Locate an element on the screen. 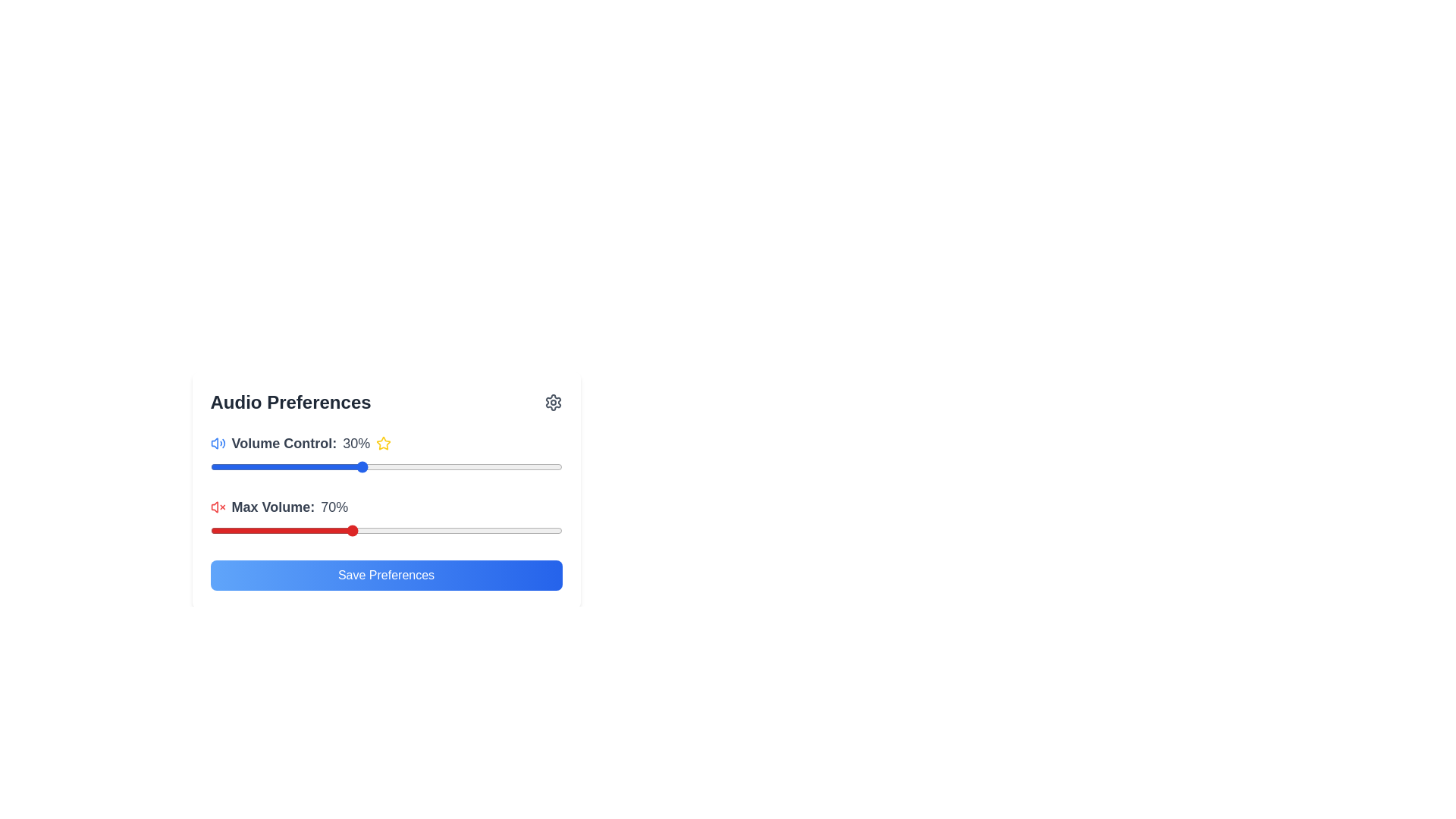 The image size is (1456, 819). the max volume is located at coordinates (245, 529).